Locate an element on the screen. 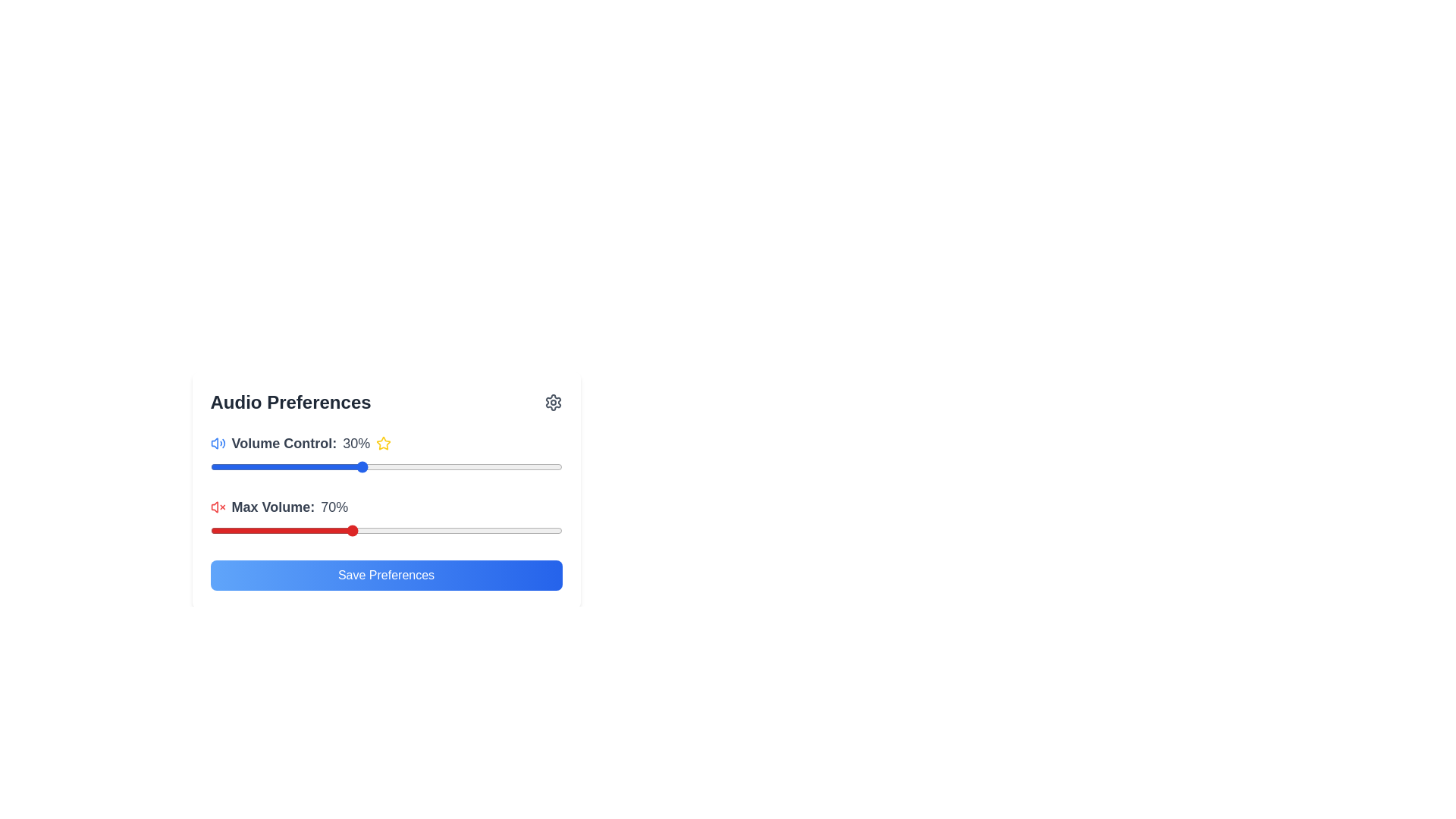 The image size is (1456, 819). the max volume is located at coordinates (245, 529).